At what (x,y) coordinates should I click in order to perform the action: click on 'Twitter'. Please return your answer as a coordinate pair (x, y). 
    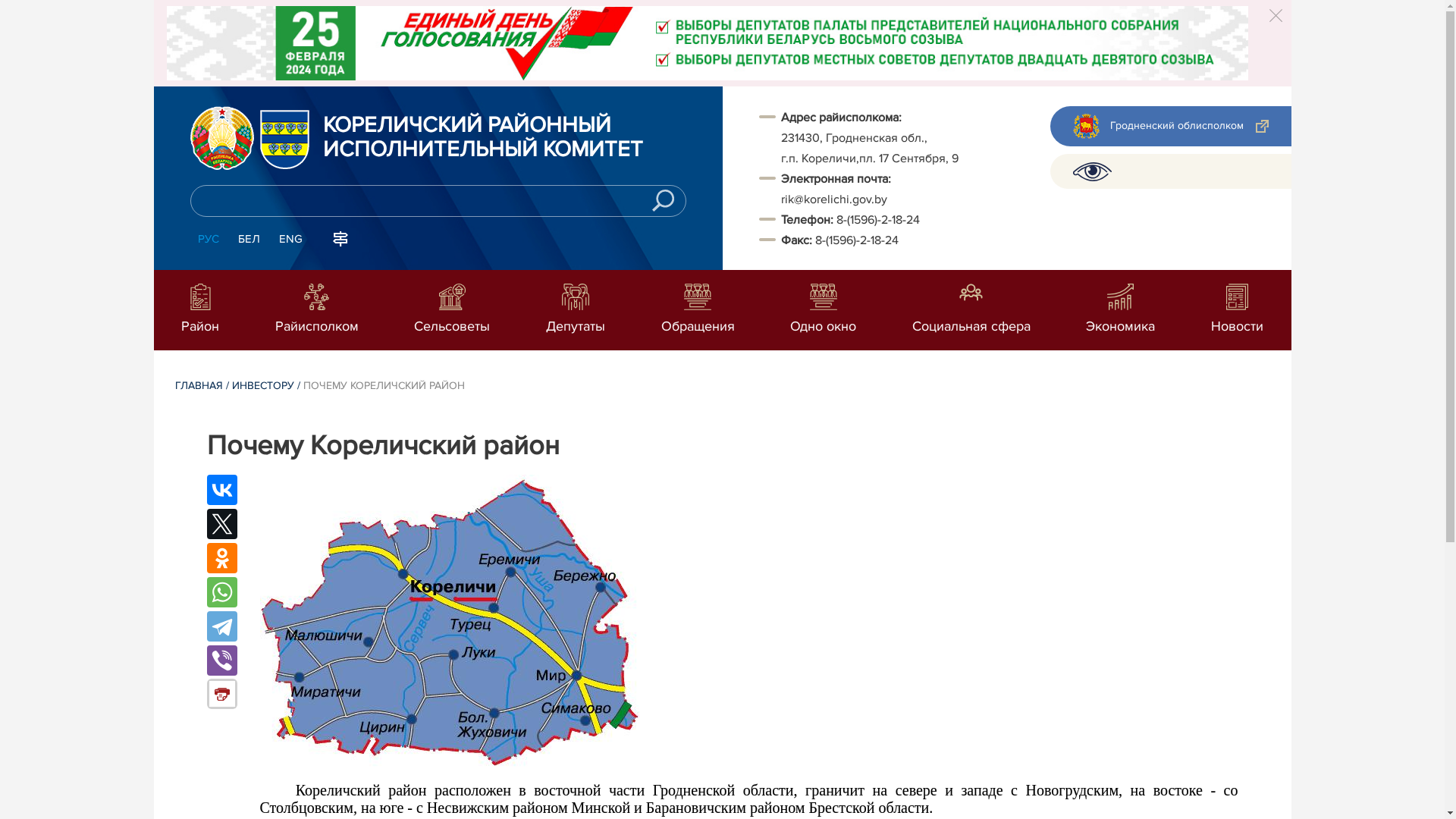
    Looking at the image, I should click on (221, 522).